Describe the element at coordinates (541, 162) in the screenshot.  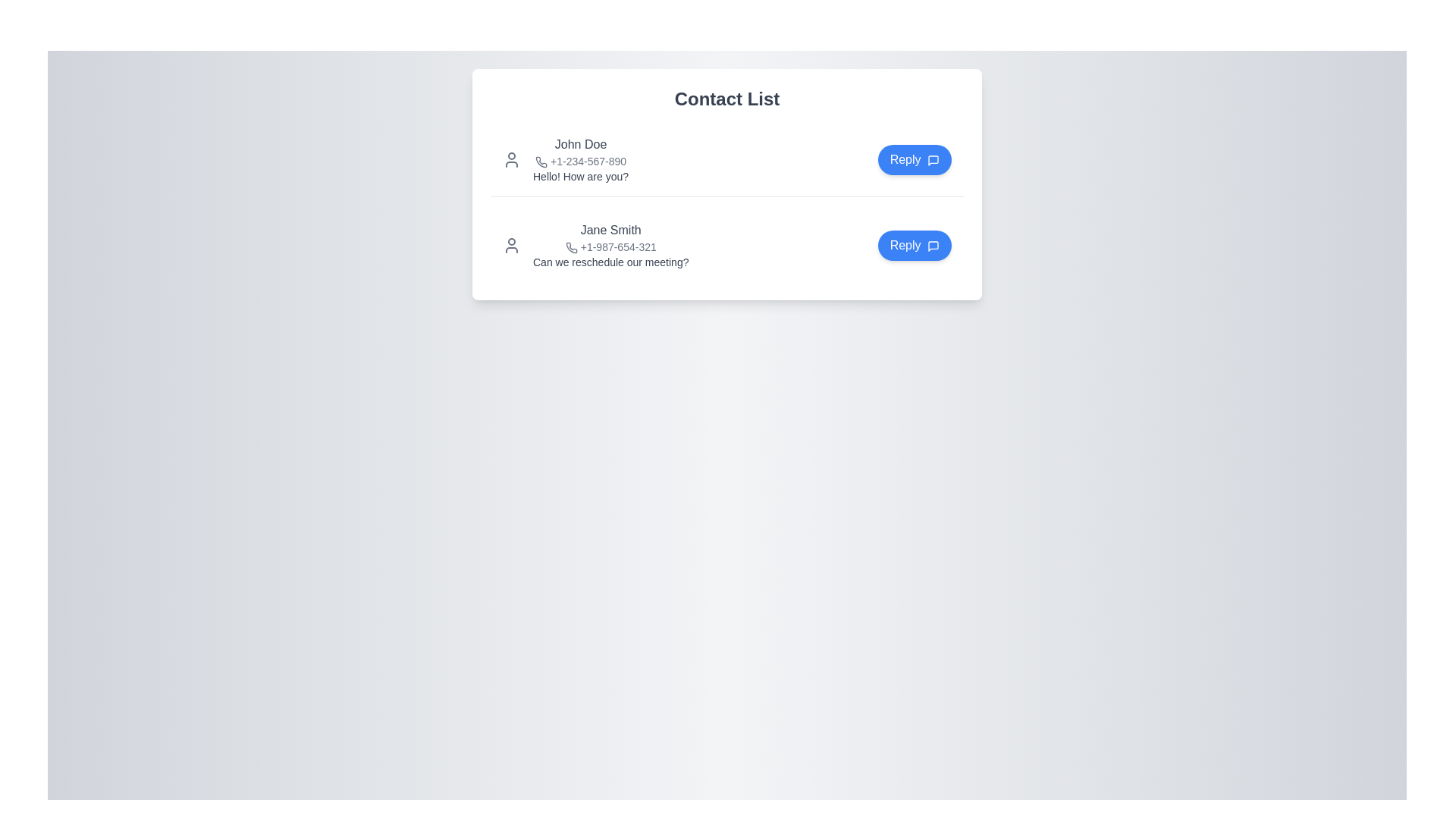
I see `the telephone icon located in the contact information section to the left of the phone number '+1-234-567-890' in the first contact card under 'Contact List'` at that location.